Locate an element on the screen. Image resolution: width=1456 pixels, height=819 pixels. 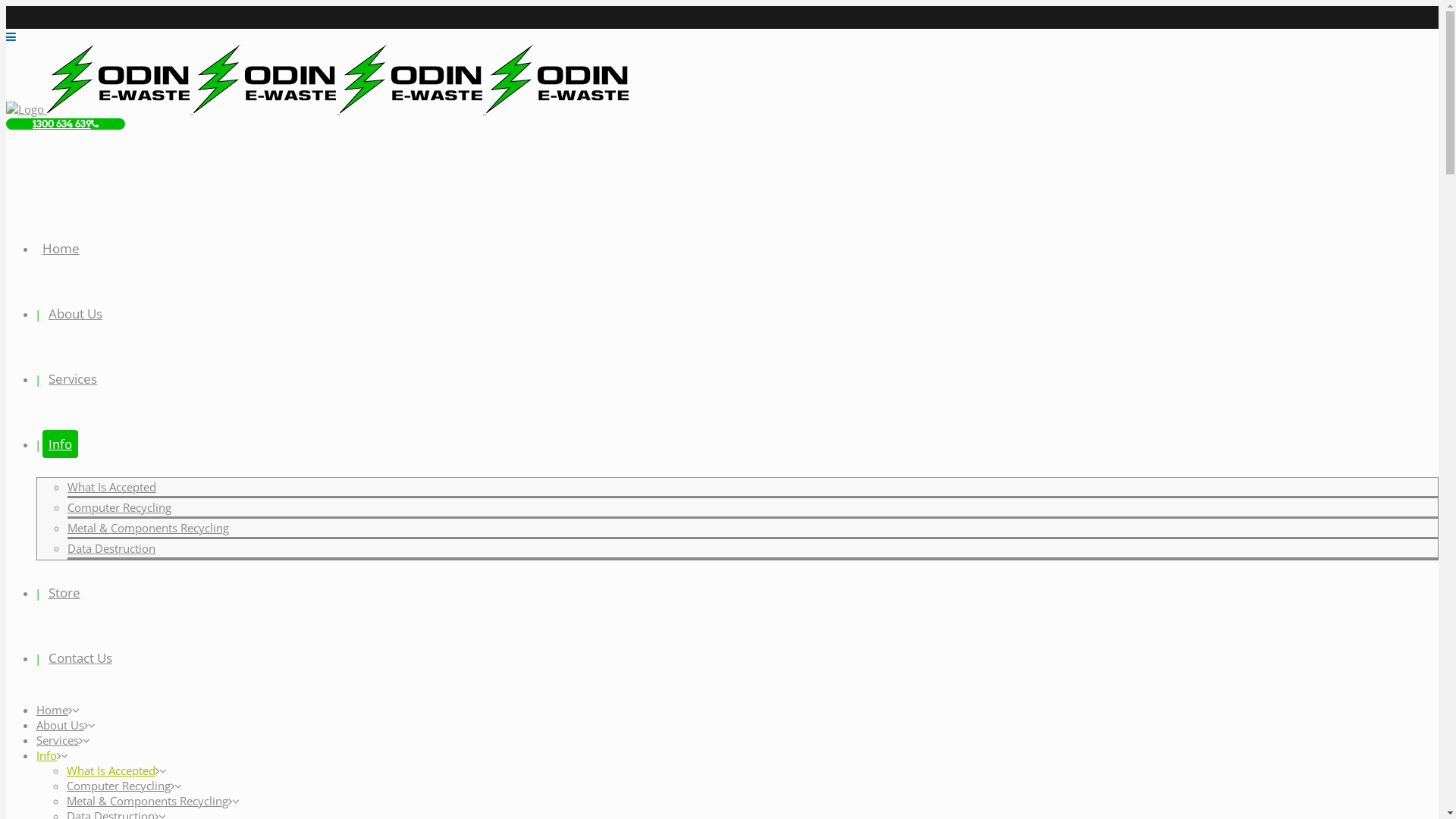
'Metal & Components Recycling' is located at coordinates (147, 800).